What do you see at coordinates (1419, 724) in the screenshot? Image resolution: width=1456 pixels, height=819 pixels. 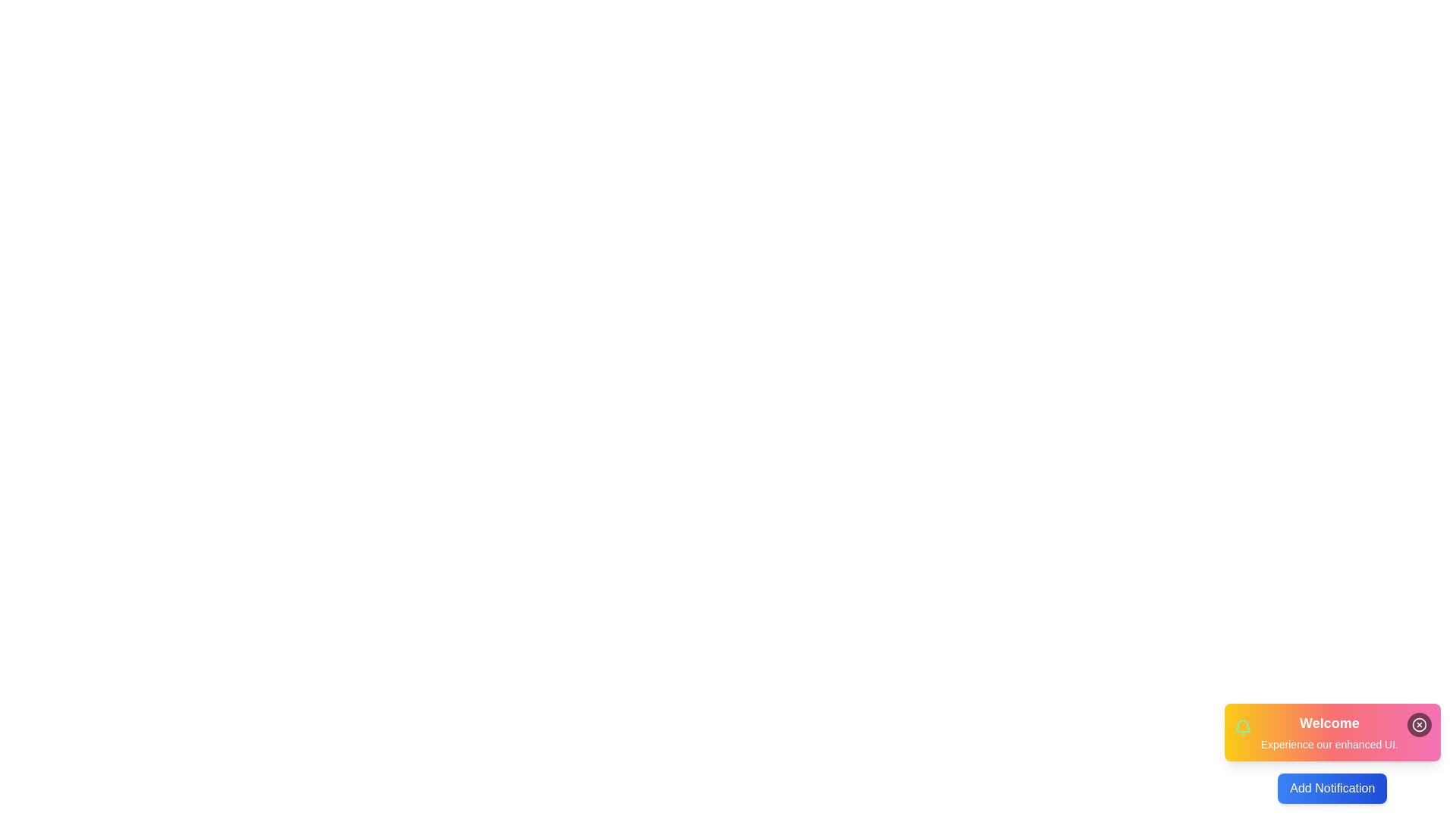 I see `the circular SVG component that serves as a dismiss or close button within the notification widget located in the bottom-right corner of the interface` at bounding box center [1419, 724].